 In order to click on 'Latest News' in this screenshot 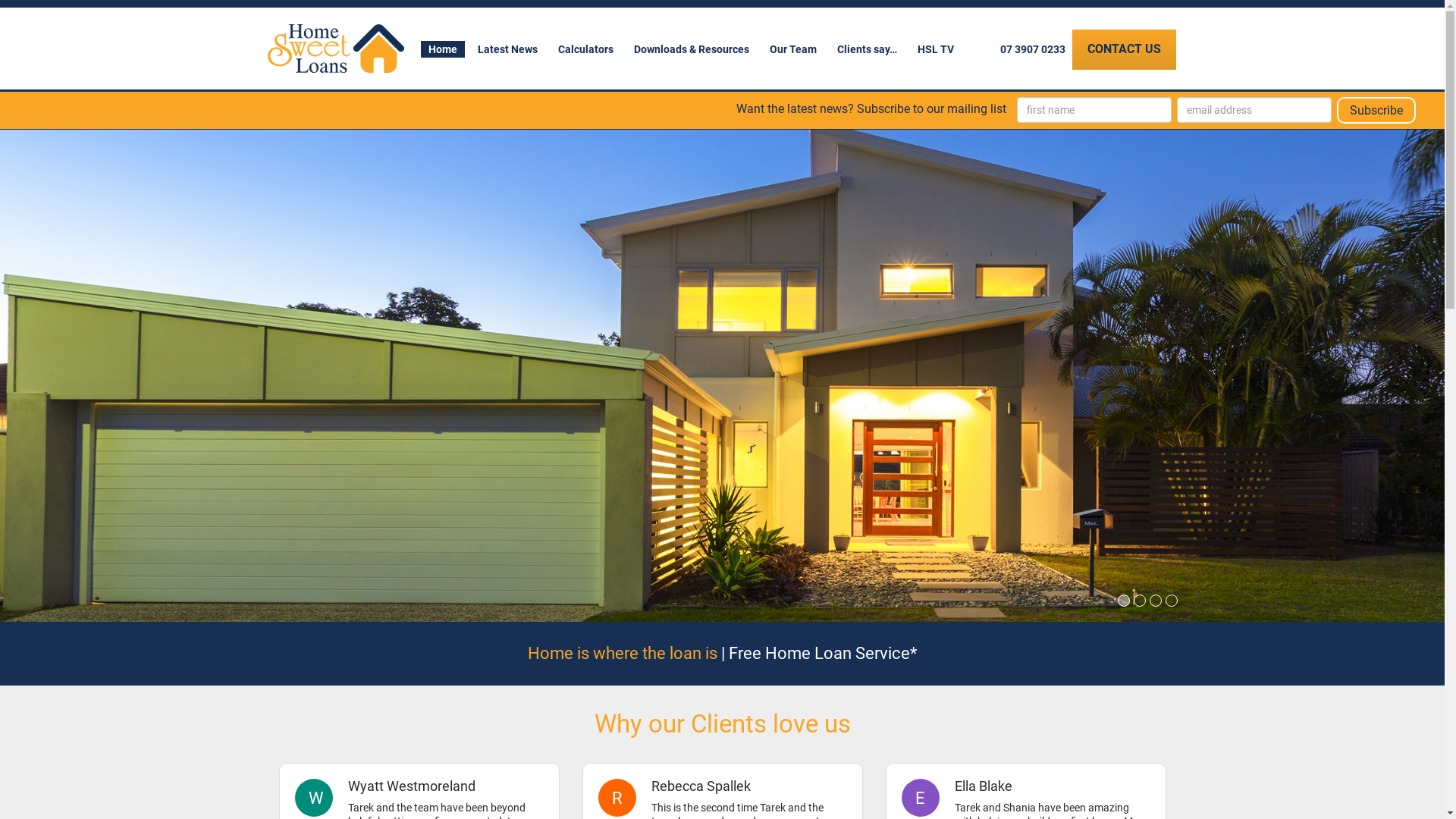, I will do `click(507, 49)`.